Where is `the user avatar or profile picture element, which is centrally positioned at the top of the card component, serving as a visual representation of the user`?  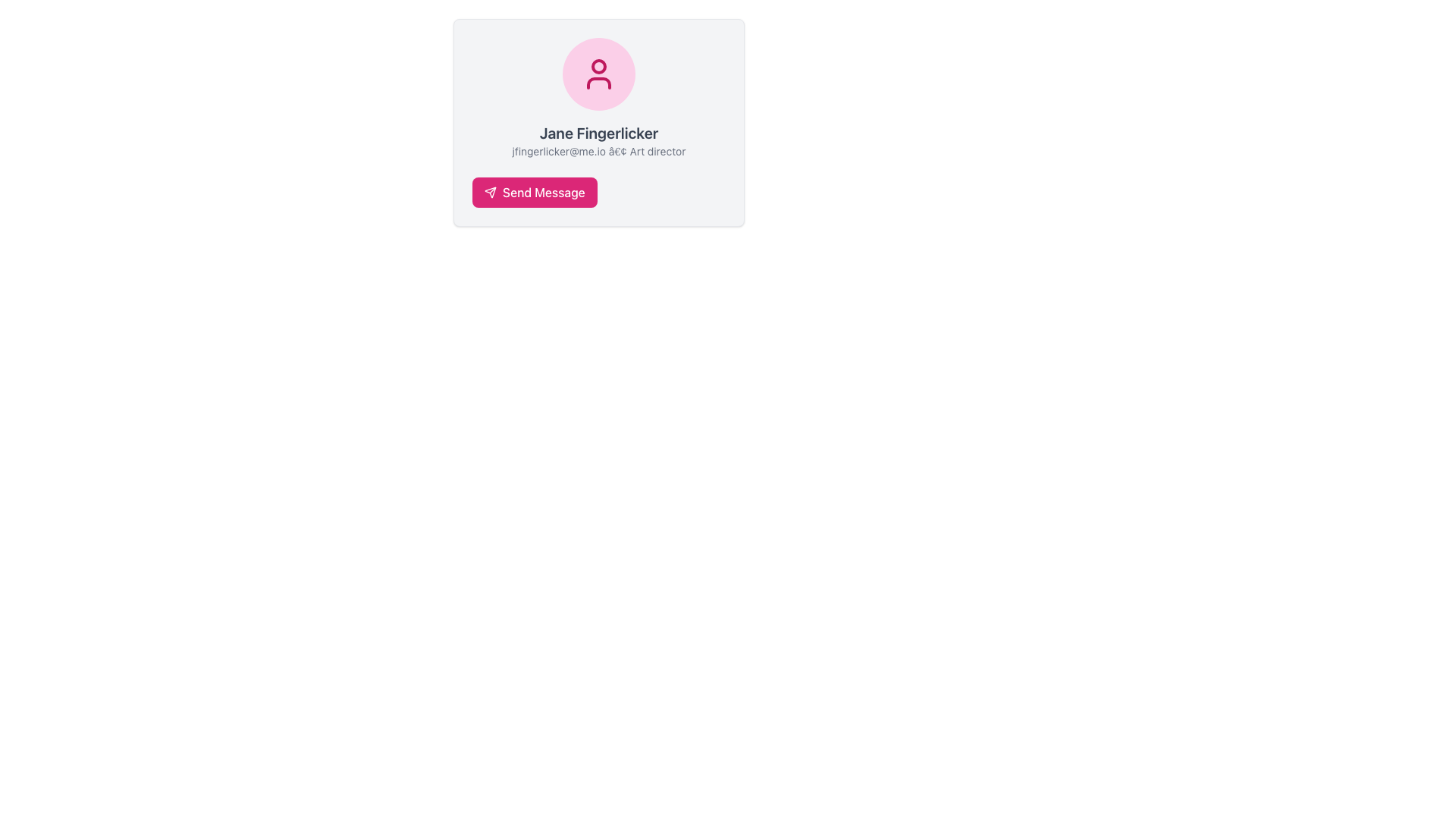
the user avatar or profile picture element, which is centrally positioned at the top of the card component, serving as a visual representation of the user is located at coordinates (598, 74).